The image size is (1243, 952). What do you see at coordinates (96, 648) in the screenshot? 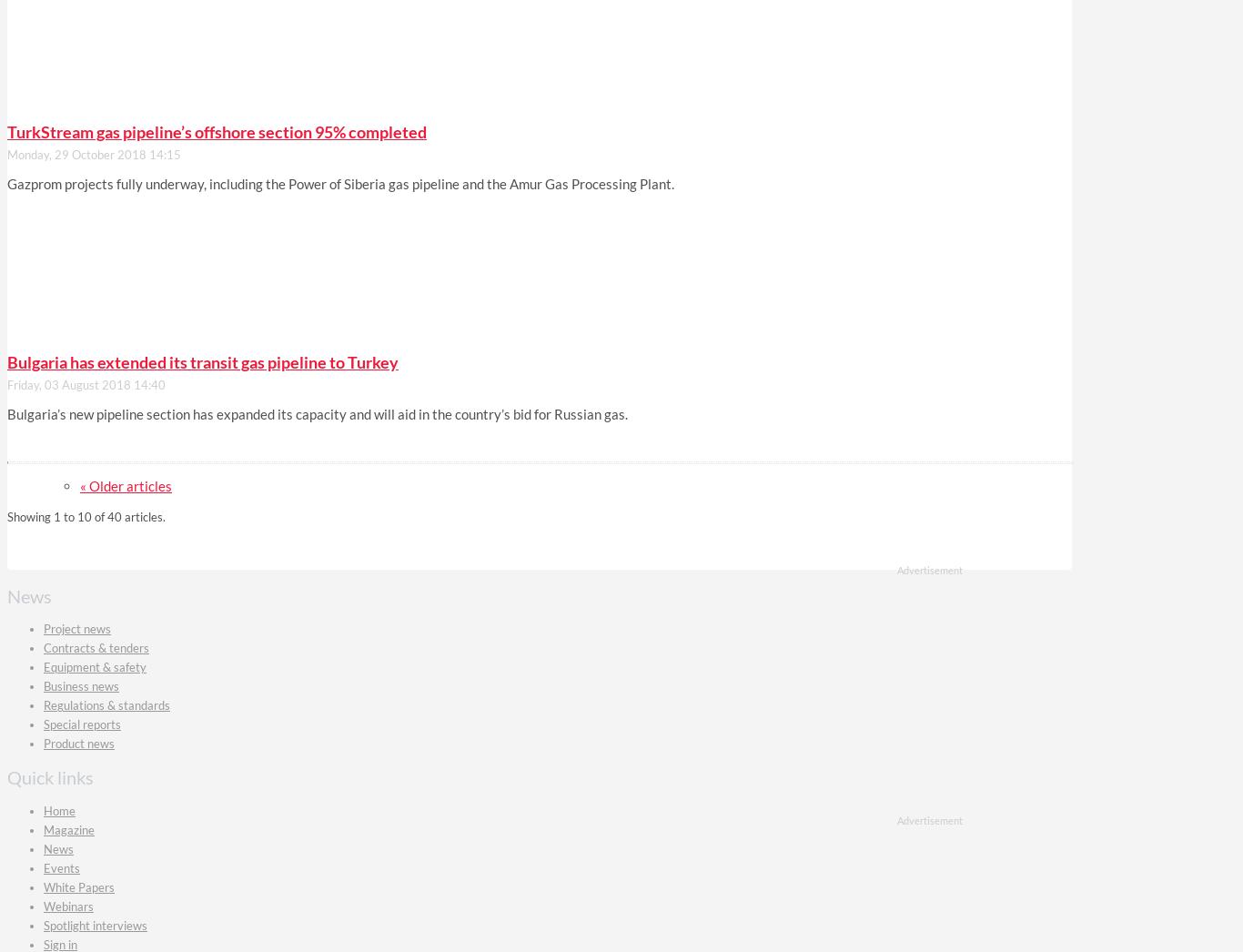
I see `'Contracts & tenders'` at bounding box center [96, 648].